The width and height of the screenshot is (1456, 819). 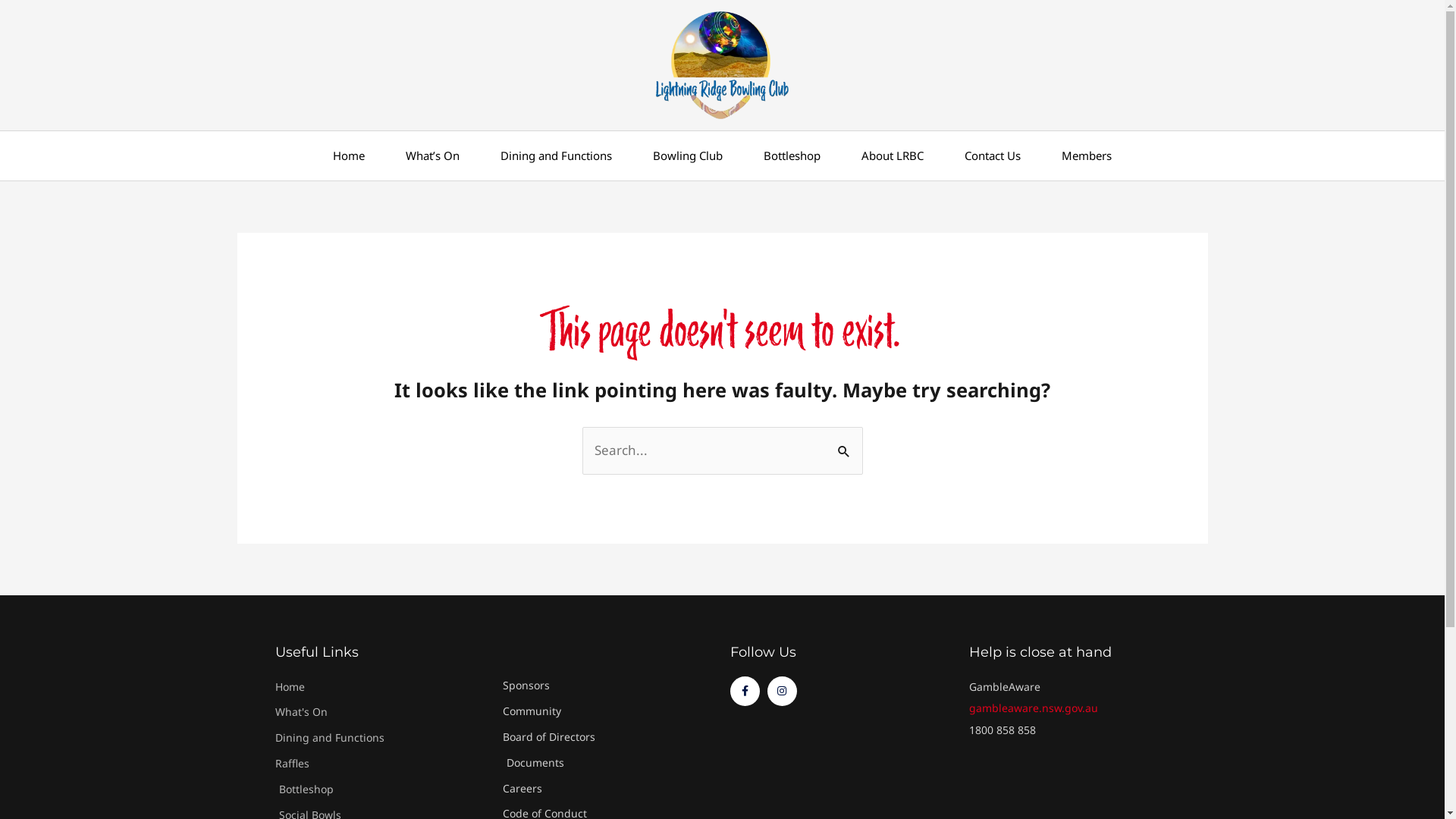 I want to click on 'Instagram', so click(x=782, y=691).